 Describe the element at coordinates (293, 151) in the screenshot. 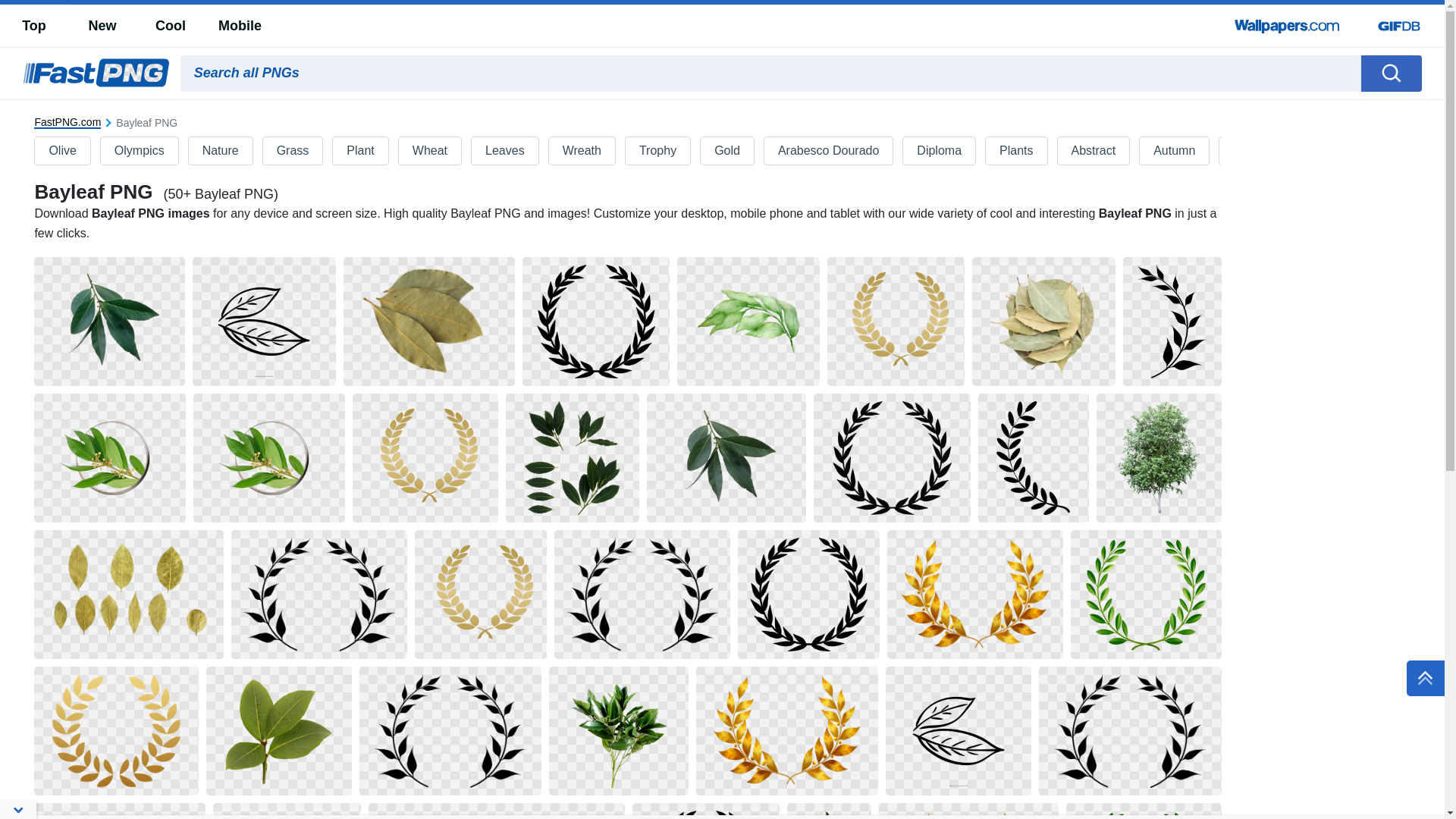

I see `'Grass'` at that location.